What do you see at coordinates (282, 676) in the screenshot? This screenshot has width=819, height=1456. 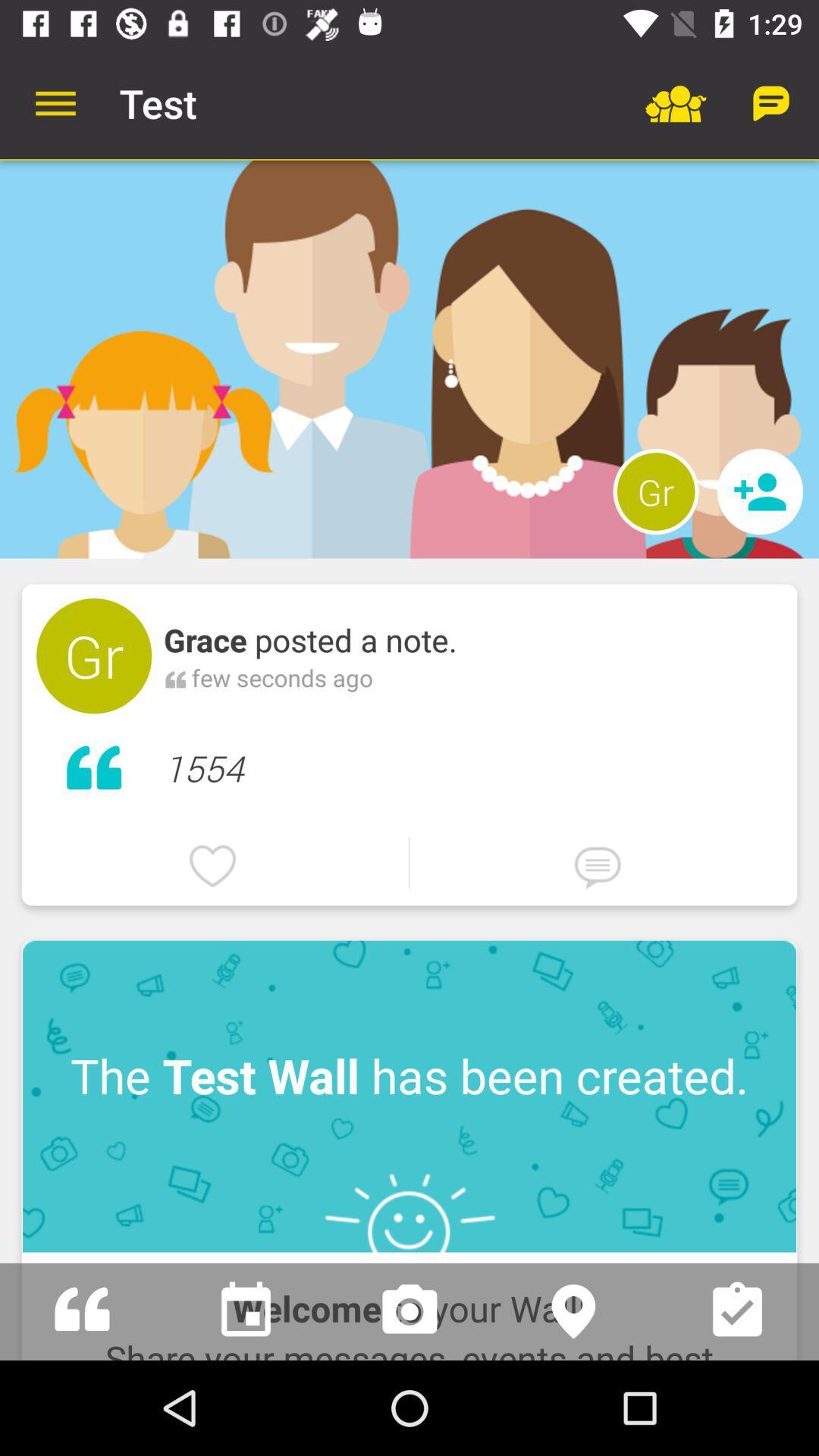 I see `the item below grace posted a item` at bounding box center [282, 676].